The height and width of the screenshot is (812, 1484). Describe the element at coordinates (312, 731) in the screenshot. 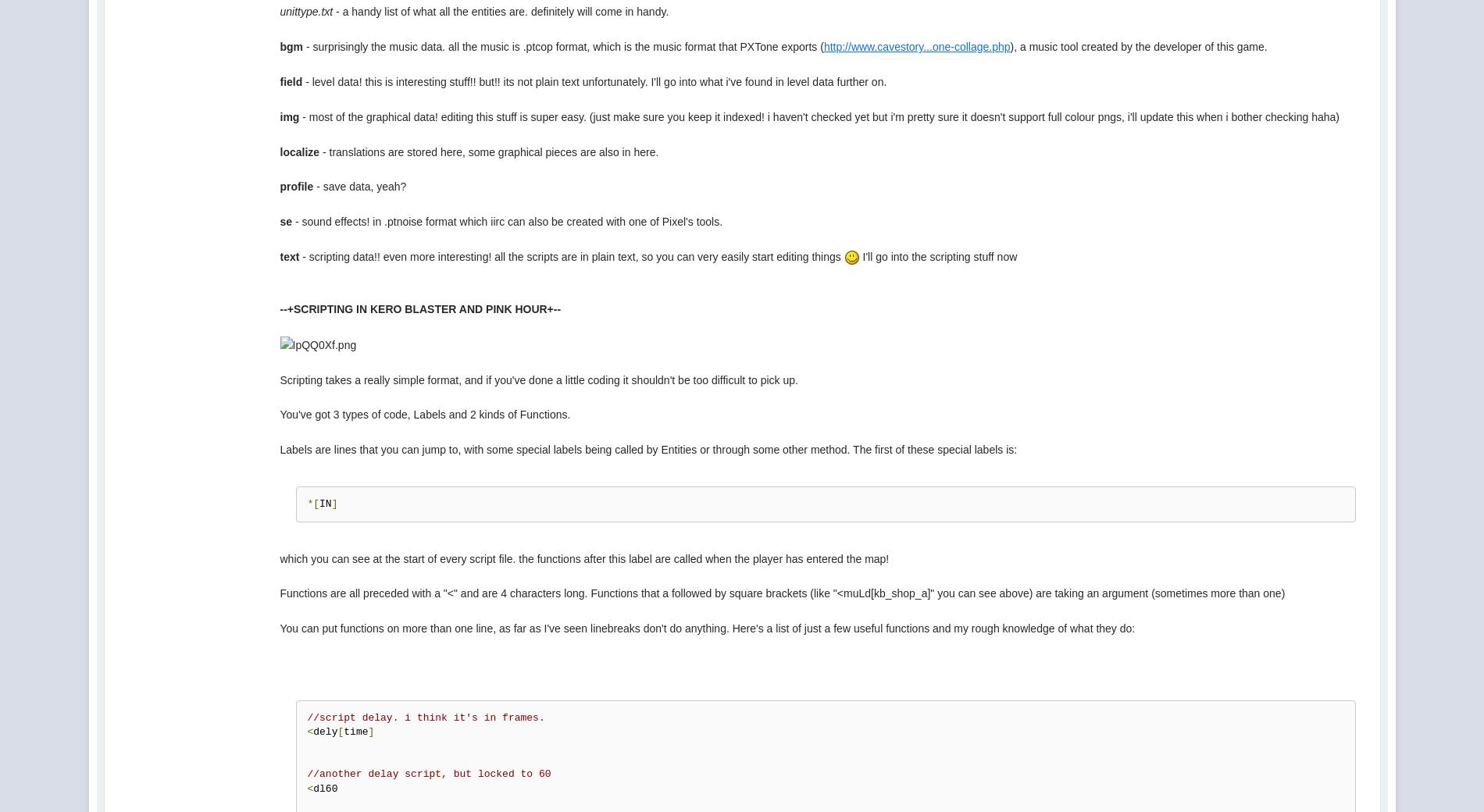

I see `'dely'` at that location.